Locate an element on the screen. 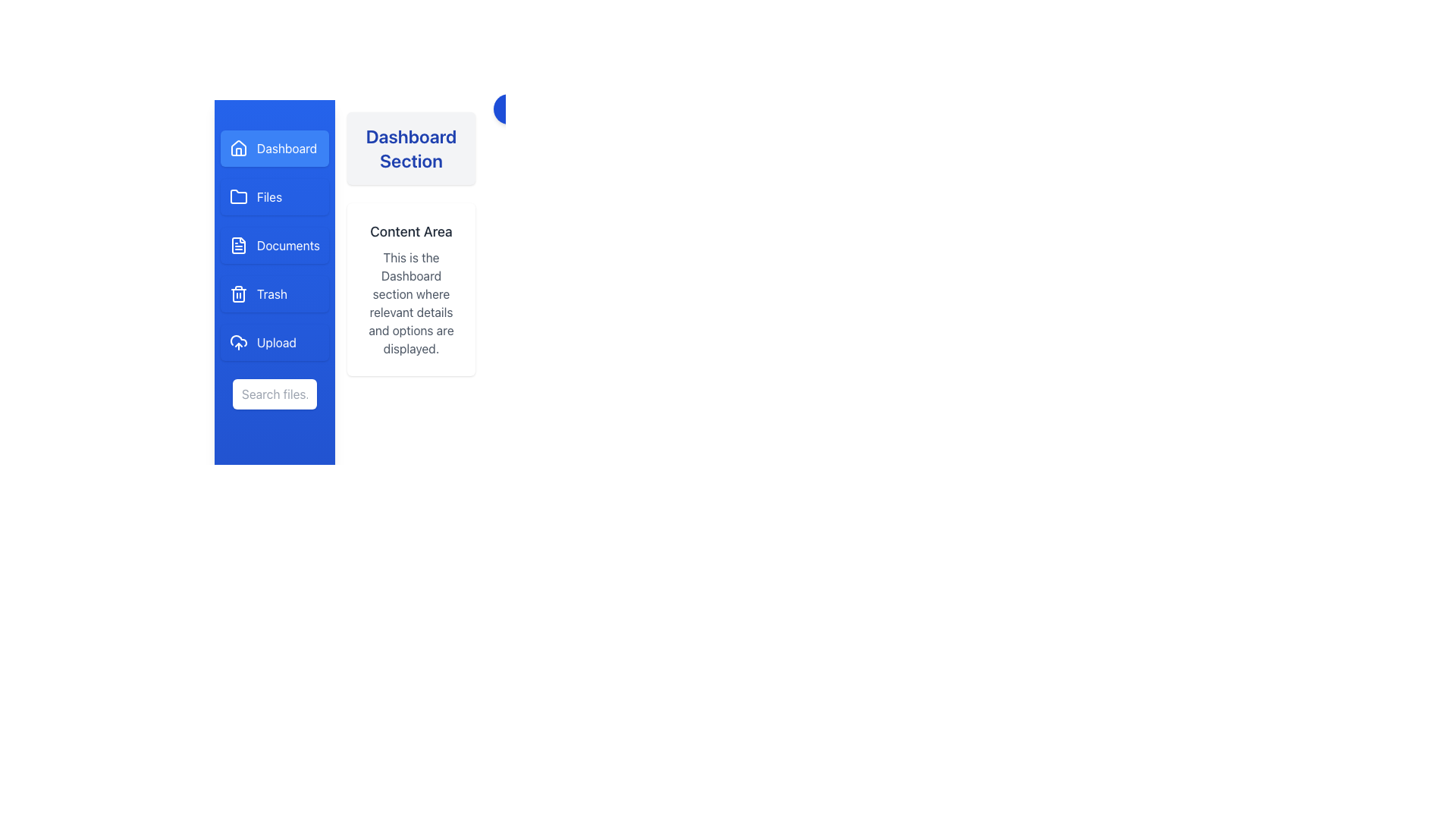 The image size is (1456, 819). the 'Files' button in the navigation sidebar, which contains the folder icon on its left side is located at coordinates (238, 196).